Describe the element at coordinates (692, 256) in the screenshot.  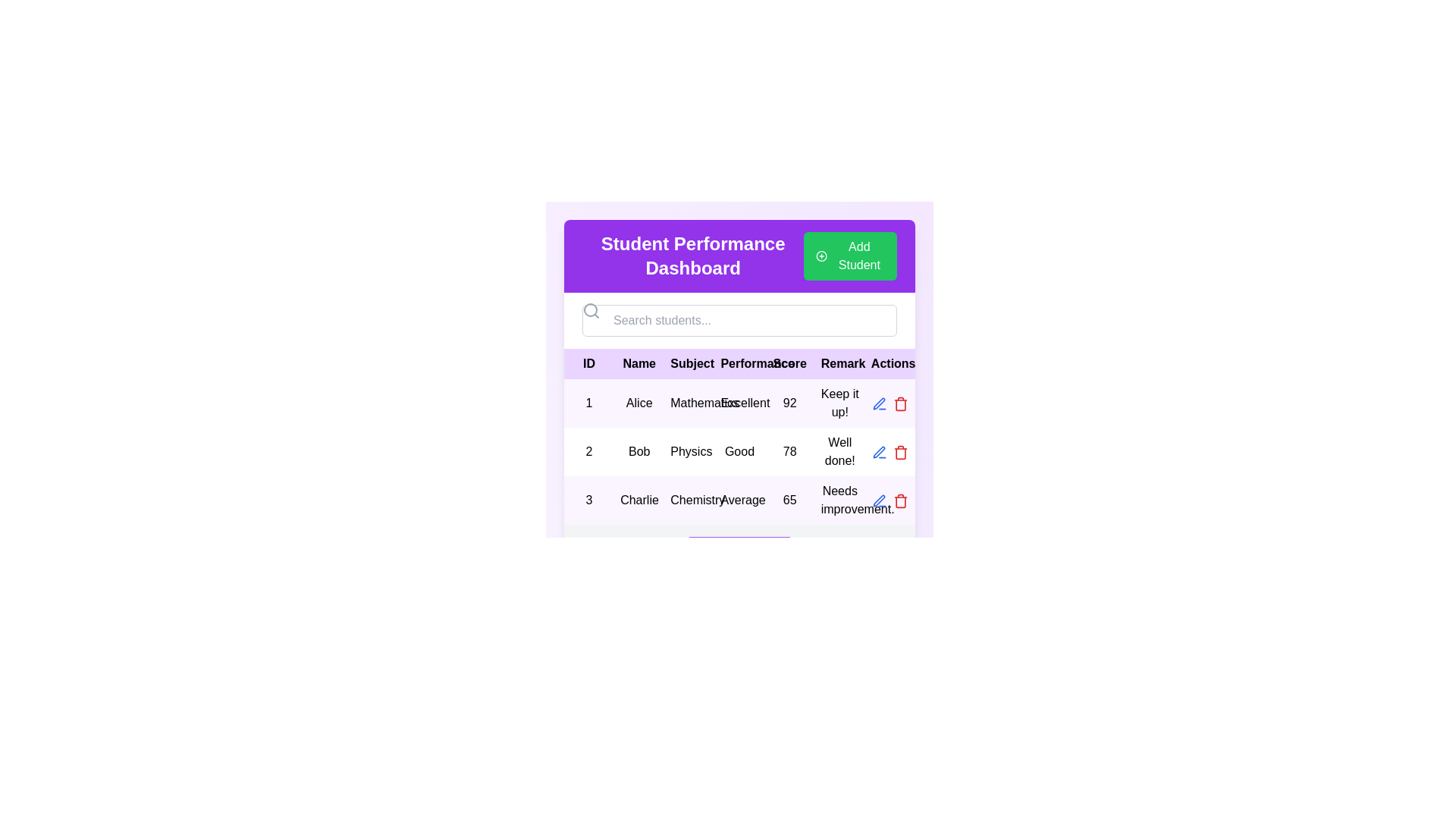
I see `the text label displaying 'Student Performance Dashboard' with a purple background and white font color, located in the header section of the interface` at that location.